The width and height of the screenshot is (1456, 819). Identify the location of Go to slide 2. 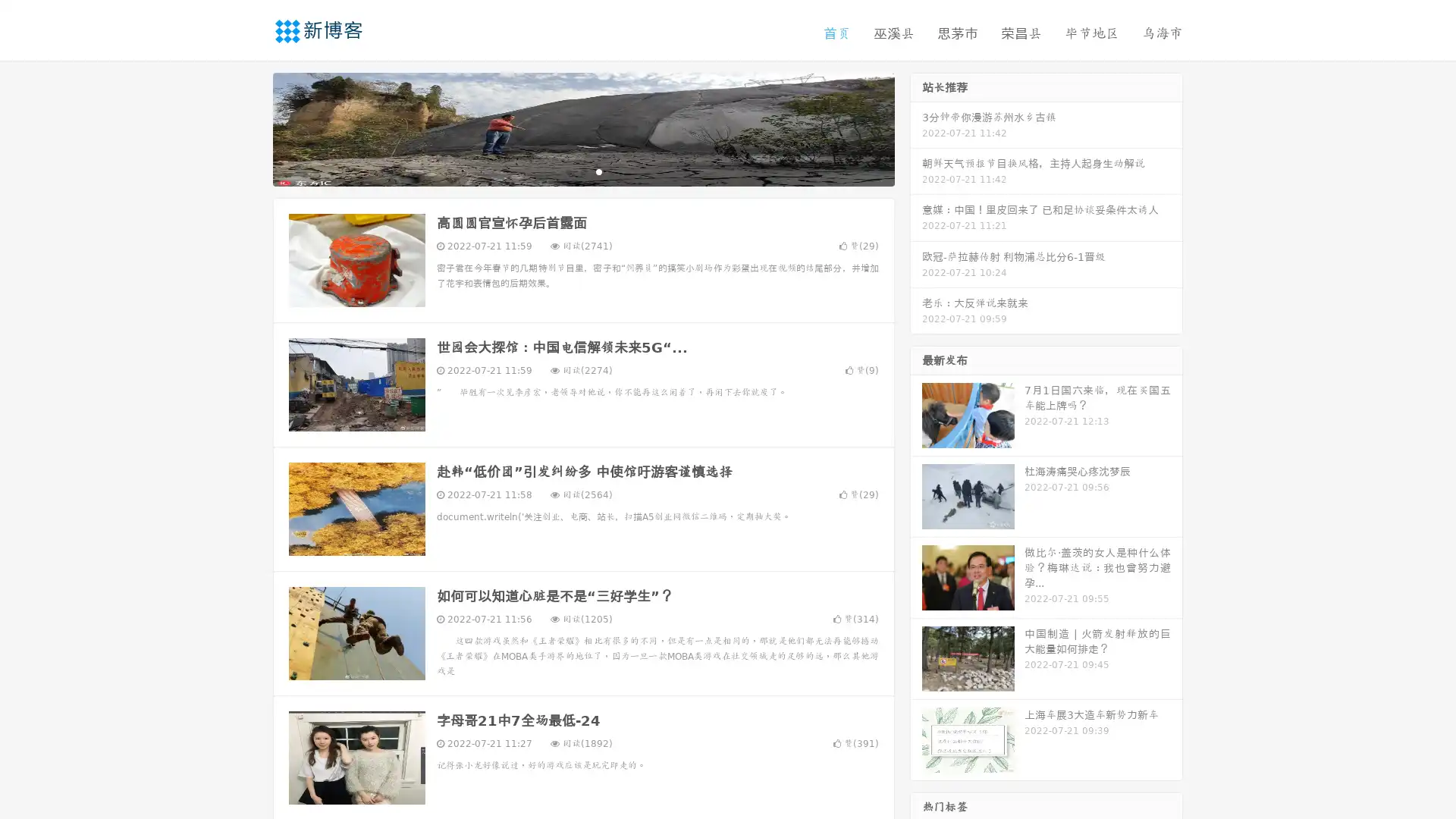
(582, 171).